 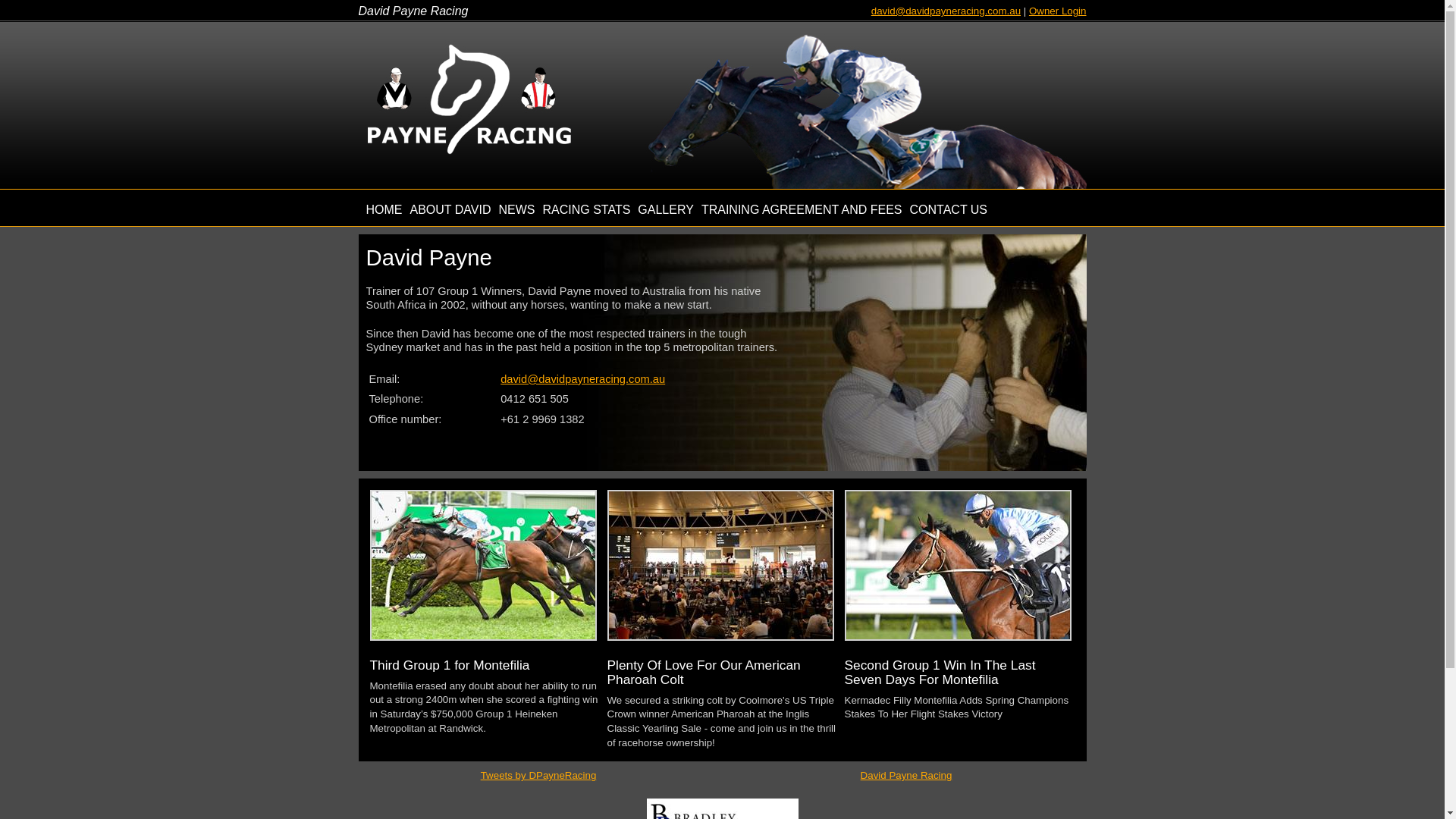 What do you see at coordinates (498, 209) in the screenshot?
I see `'NEWS'` at bounding box center [498, 209].